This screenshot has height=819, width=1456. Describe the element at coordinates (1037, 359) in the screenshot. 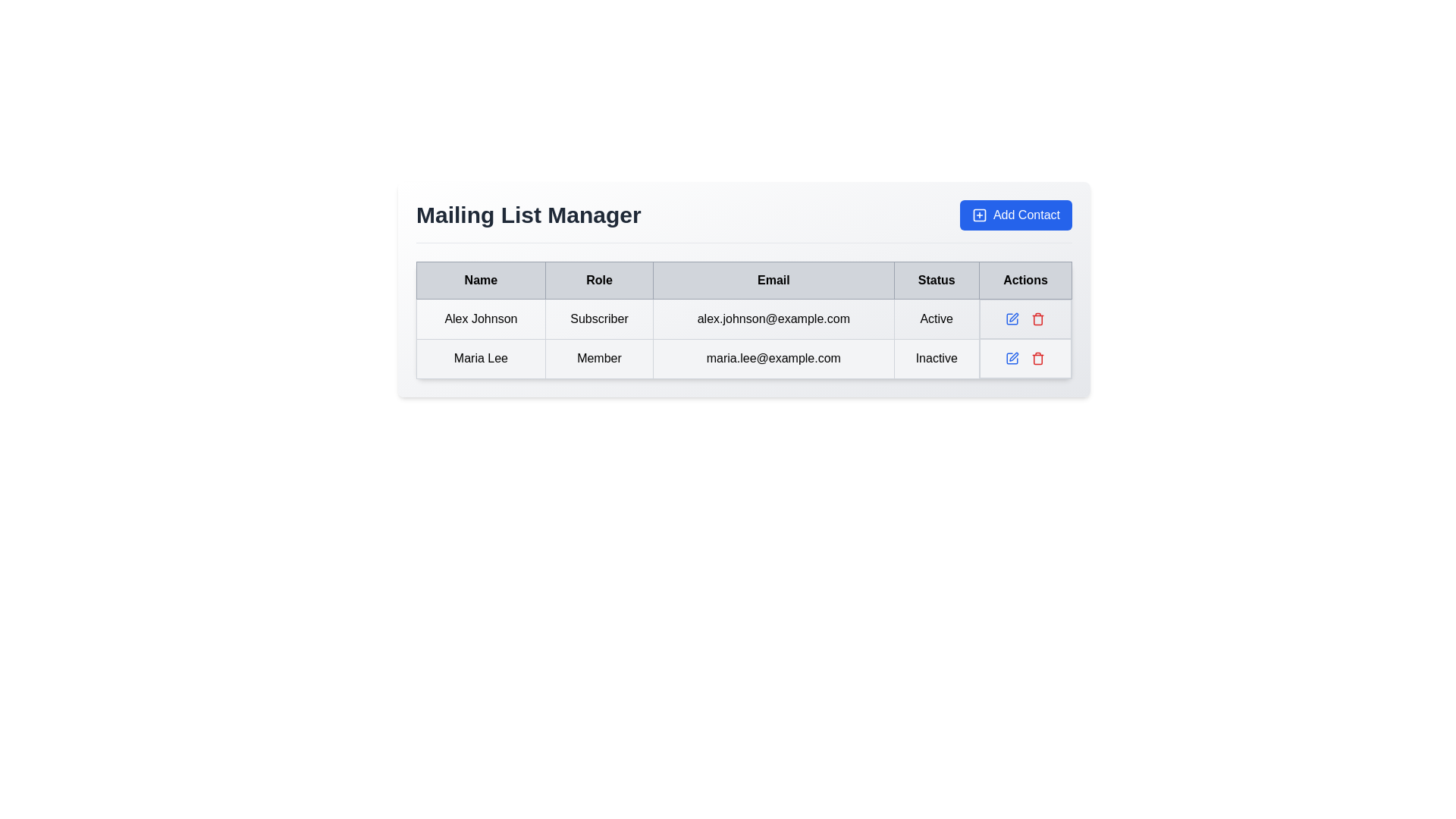

I see `the delete icon button in the 'Actions' column of the table` at that location.